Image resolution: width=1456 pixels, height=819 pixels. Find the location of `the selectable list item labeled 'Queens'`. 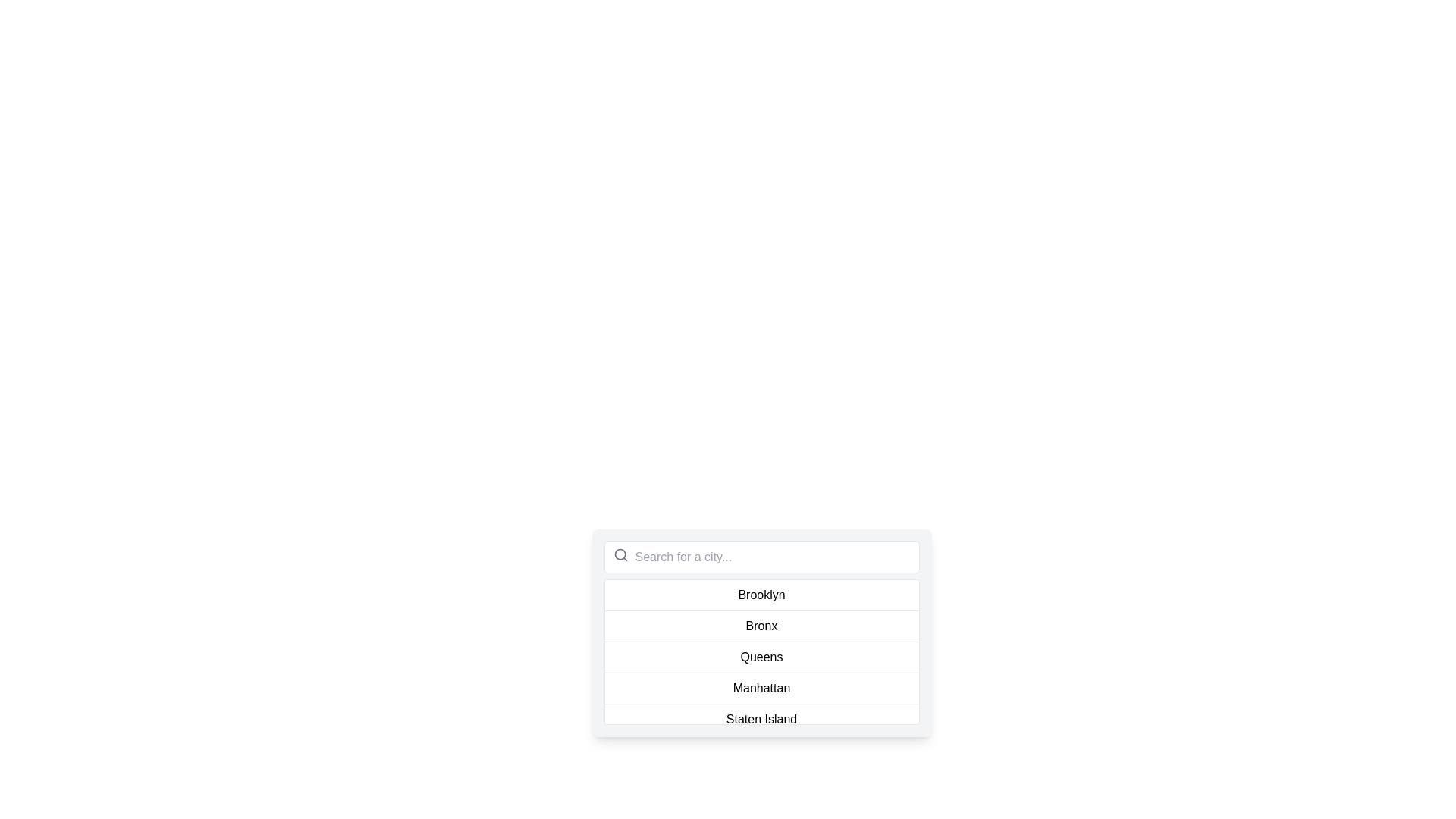

the selectable list item labeled 'Queens' is located at coordinates (761, 657).